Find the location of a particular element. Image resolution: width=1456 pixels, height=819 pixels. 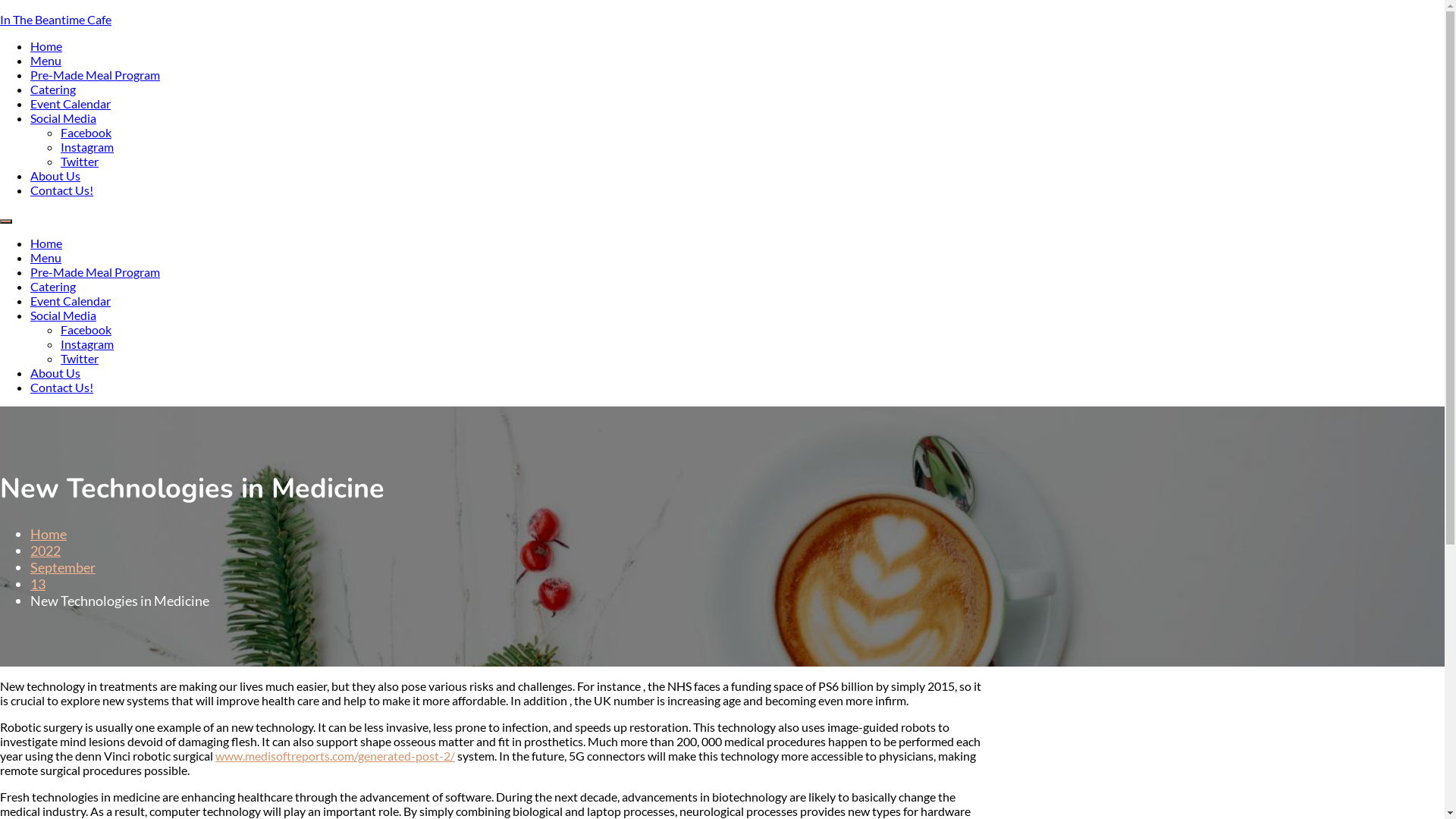

'Pre-Made Meal Program' is located at coordinates (94, 74).